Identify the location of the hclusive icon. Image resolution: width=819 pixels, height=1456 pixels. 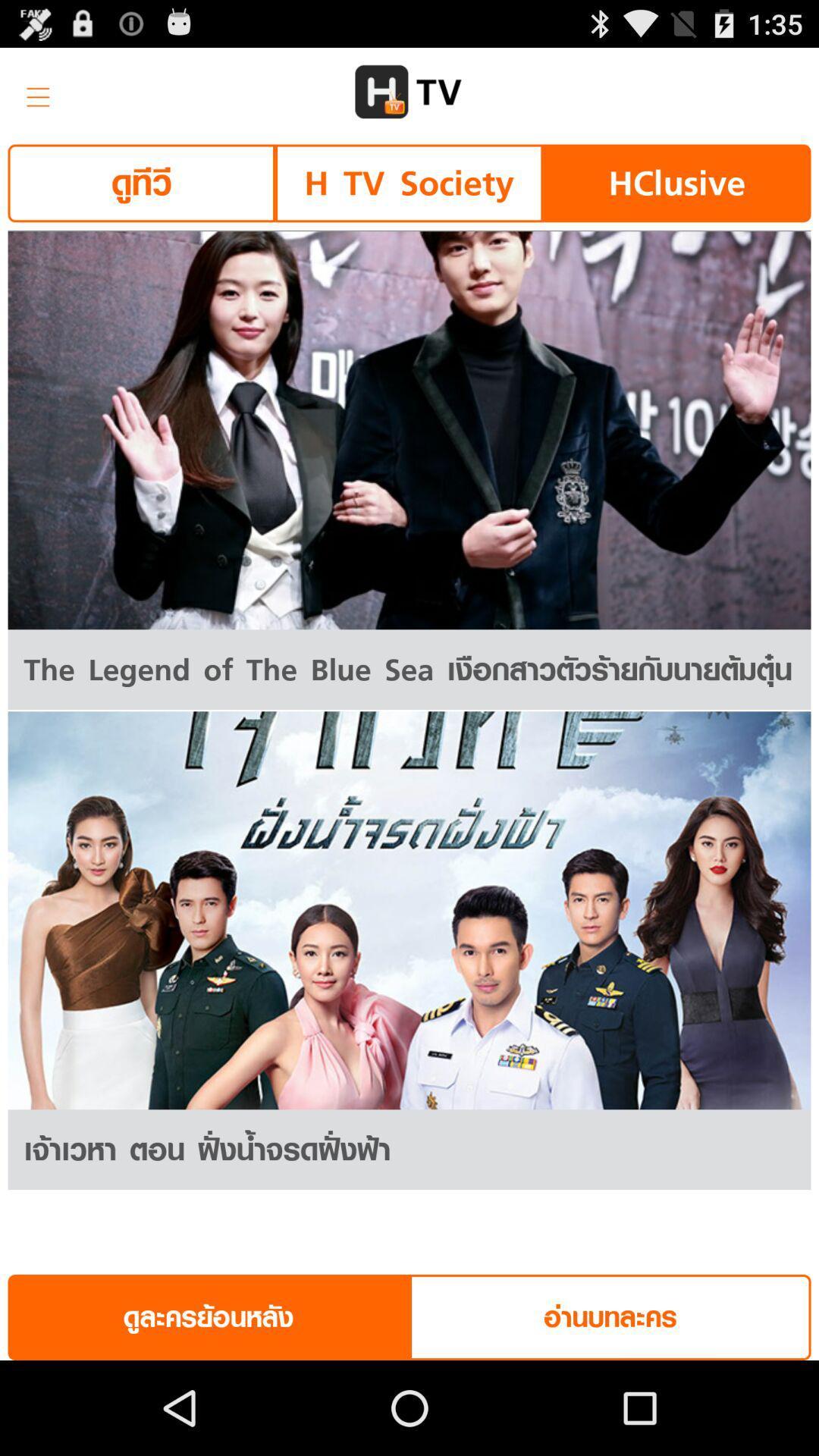
(676, 182).